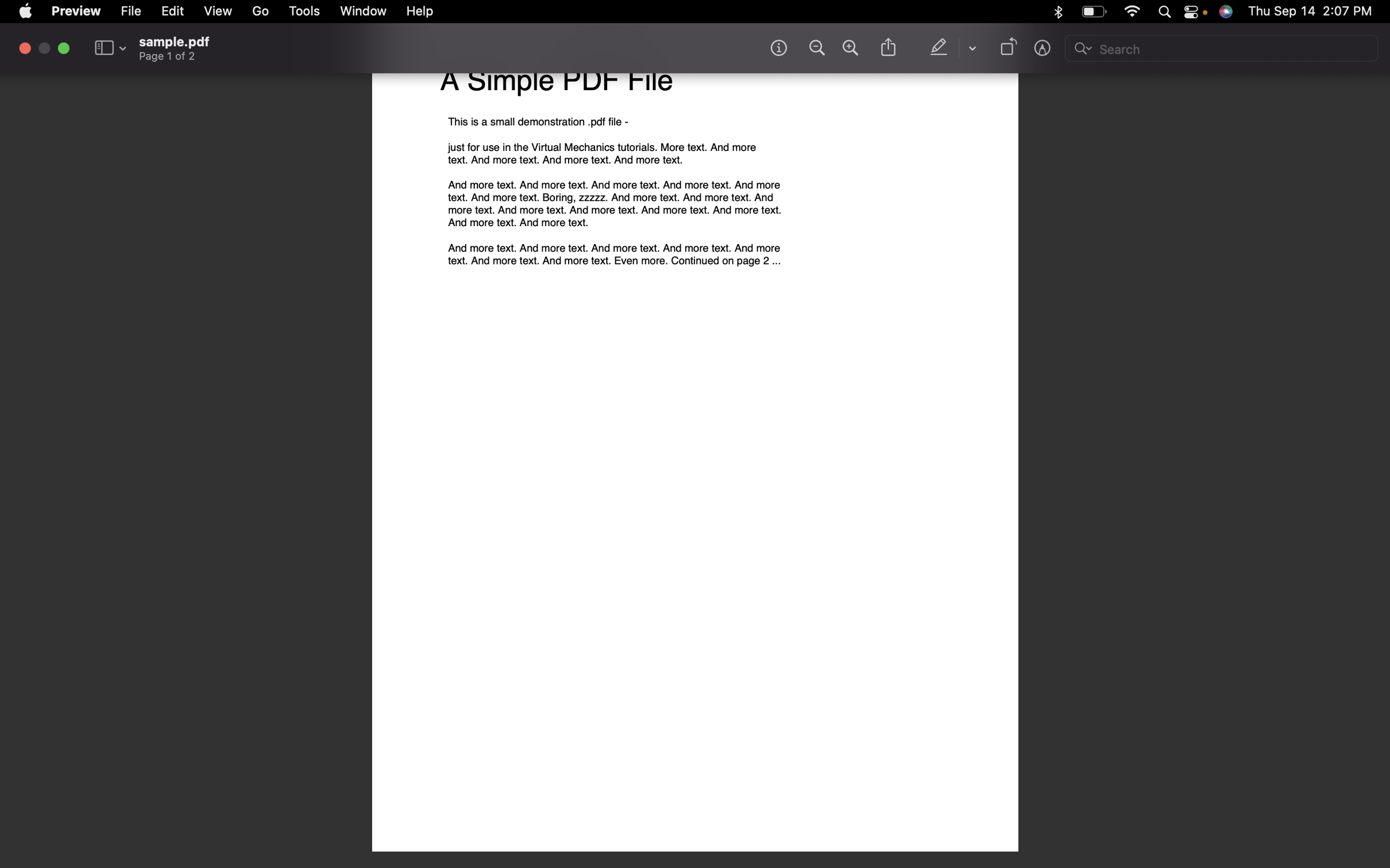  Describe the element at coordinates (306, 12) in the screenshot. I see `Go to the Tools menu` at that location.